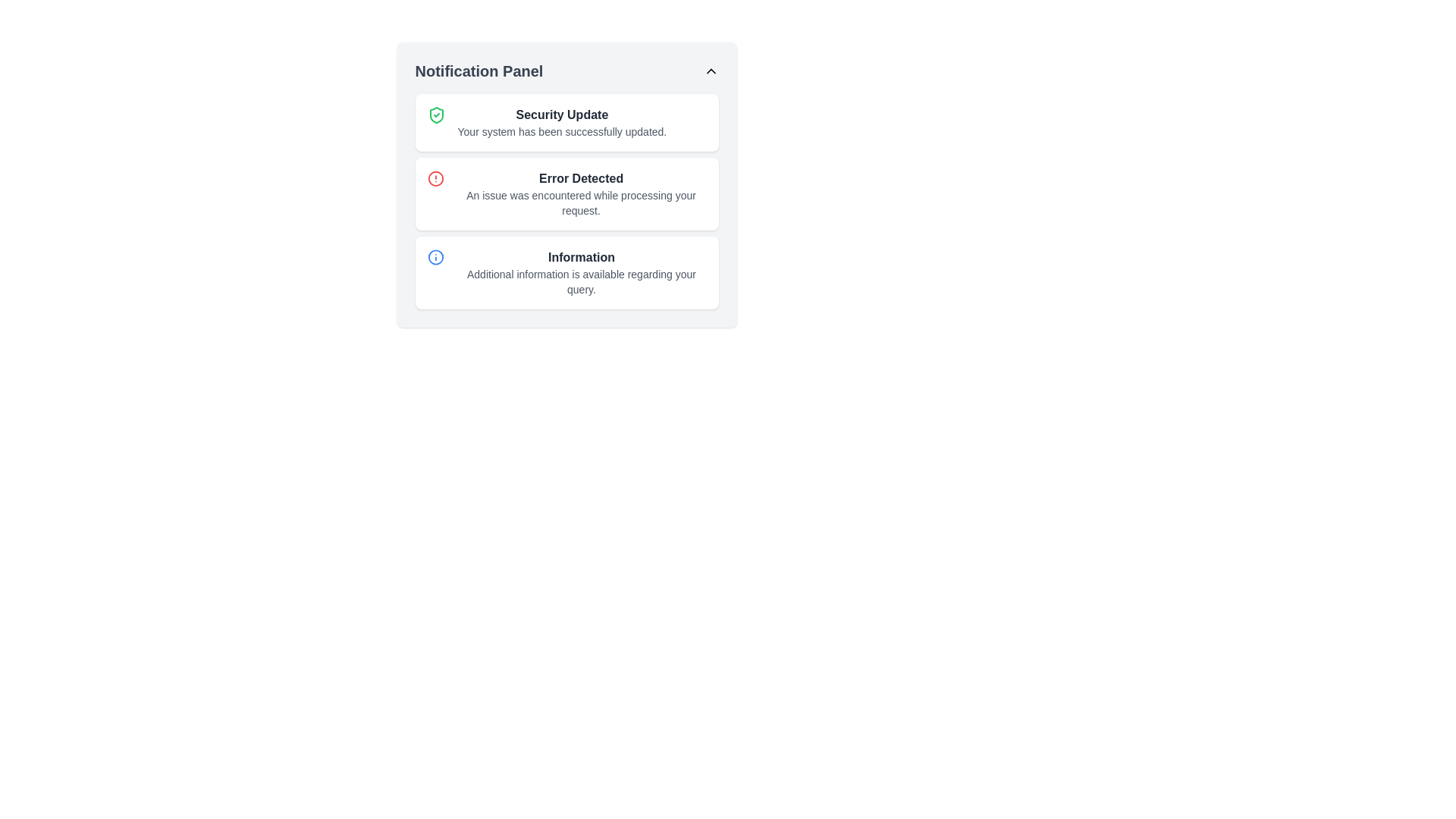 The image size is (1456, 819). I want to click on the text label that reads 'Your system has been successfully updated.' located below the 'Security Update' header in the notification card, so click(561, 130).